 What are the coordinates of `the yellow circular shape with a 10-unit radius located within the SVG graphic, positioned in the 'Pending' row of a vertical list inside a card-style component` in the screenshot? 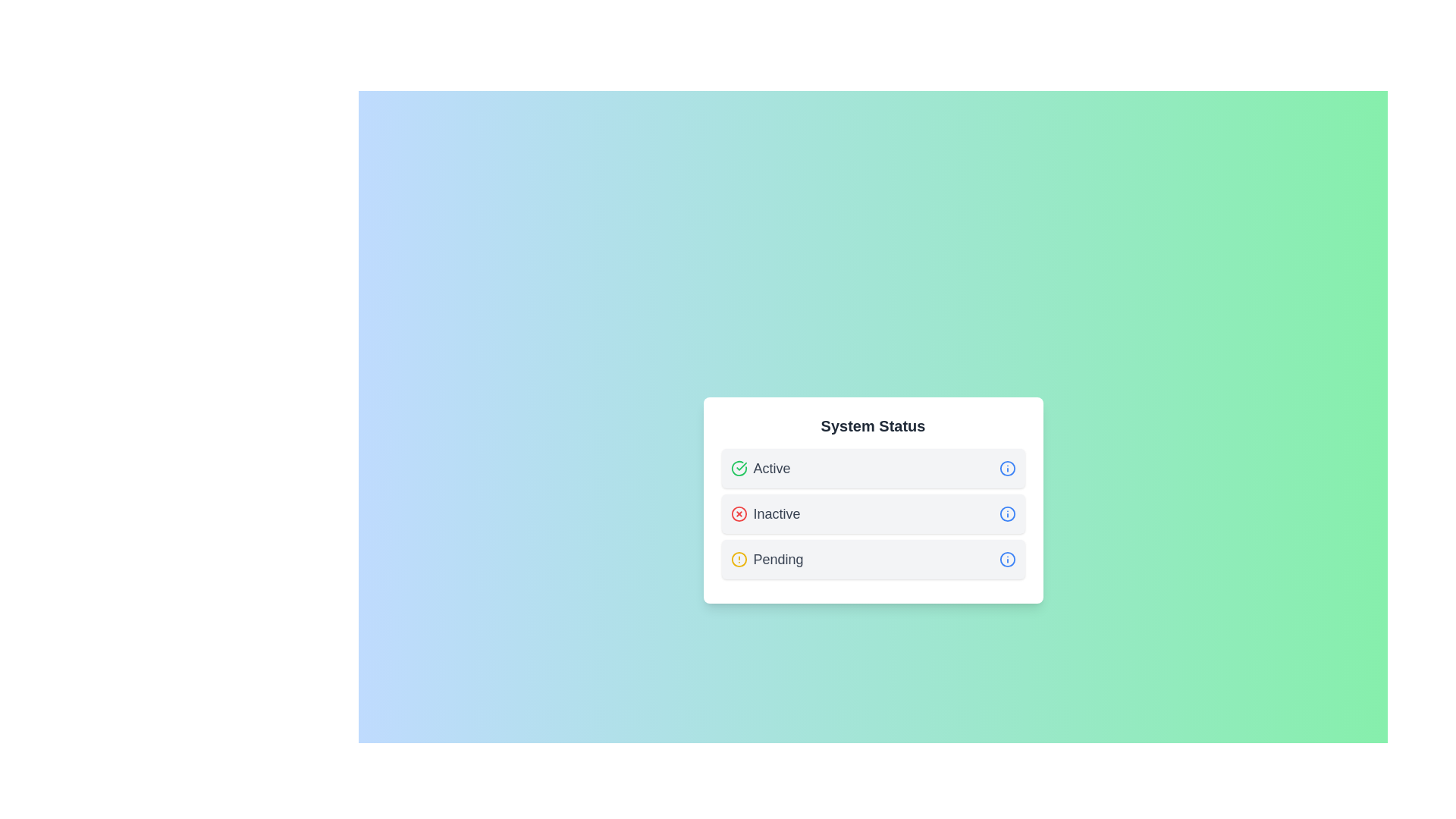 It's located at (739, 559).